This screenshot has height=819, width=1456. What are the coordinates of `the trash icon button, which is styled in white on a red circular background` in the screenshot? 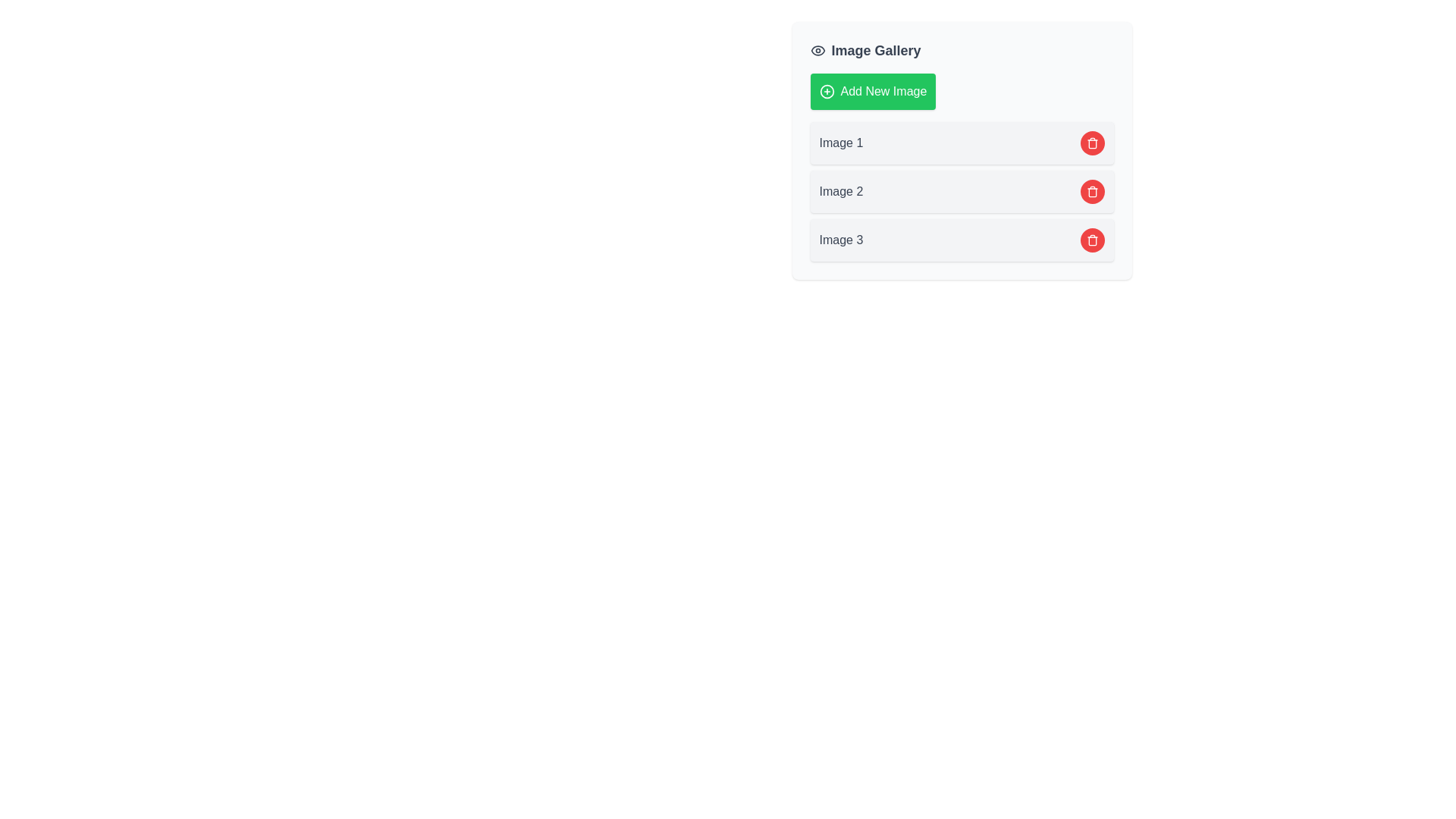 It's located at (1092, 143).